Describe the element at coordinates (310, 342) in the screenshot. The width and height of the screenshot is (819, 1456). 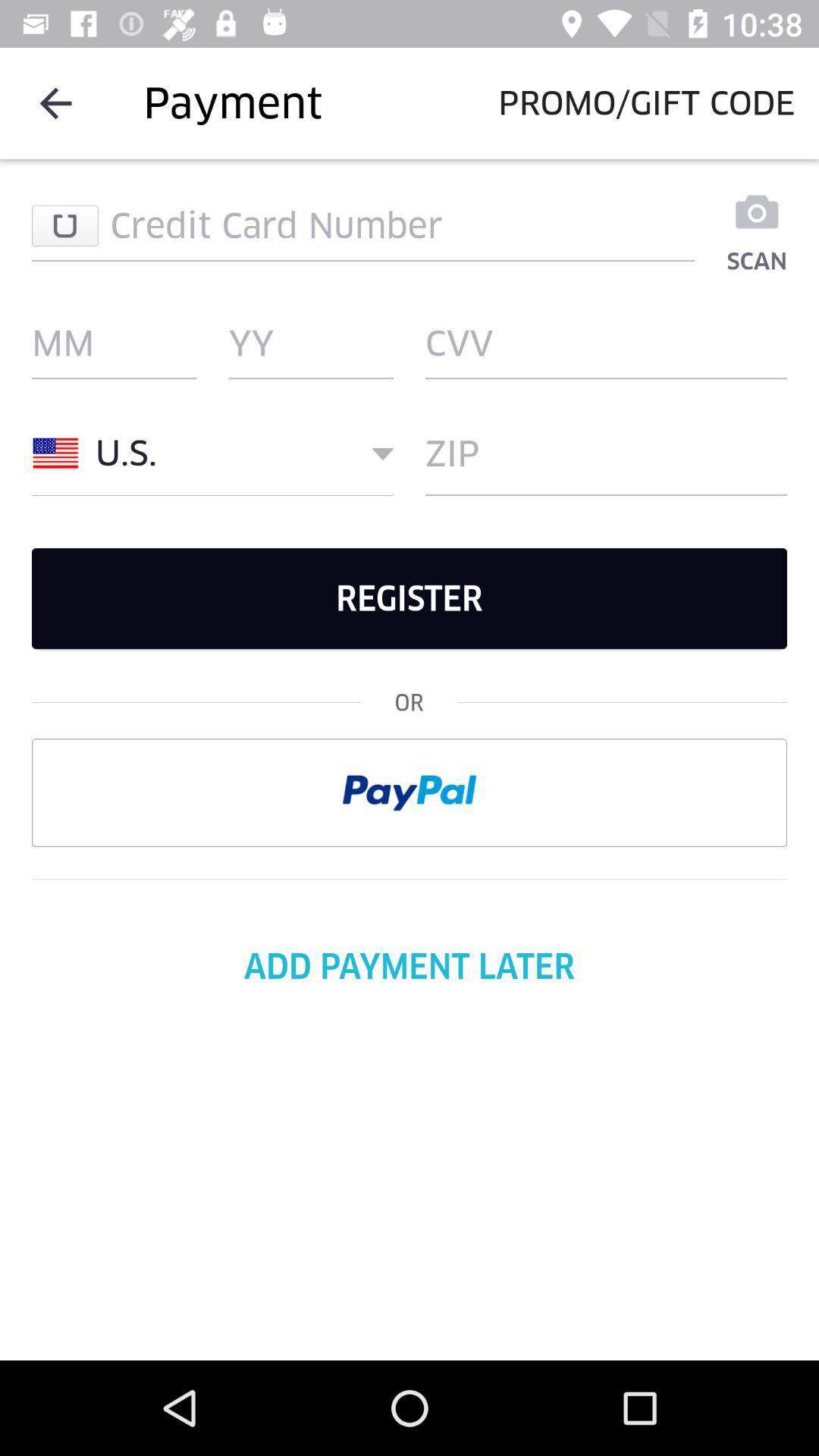
I see `expiring year of creditcard` at that location.